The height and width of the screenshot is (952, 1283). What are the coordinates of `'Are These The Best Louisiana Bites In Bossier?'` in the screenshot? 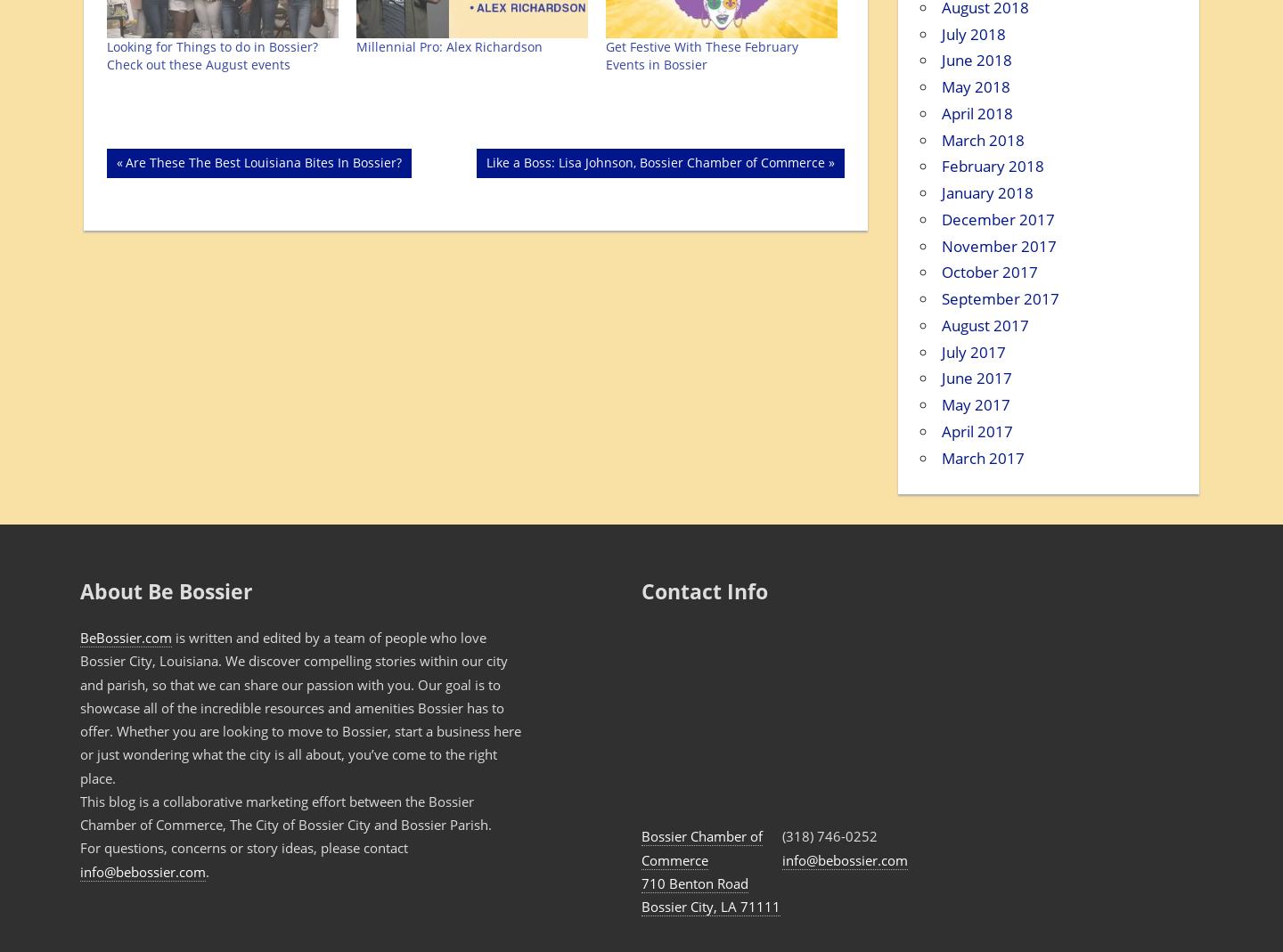 It's located at (262, 162).